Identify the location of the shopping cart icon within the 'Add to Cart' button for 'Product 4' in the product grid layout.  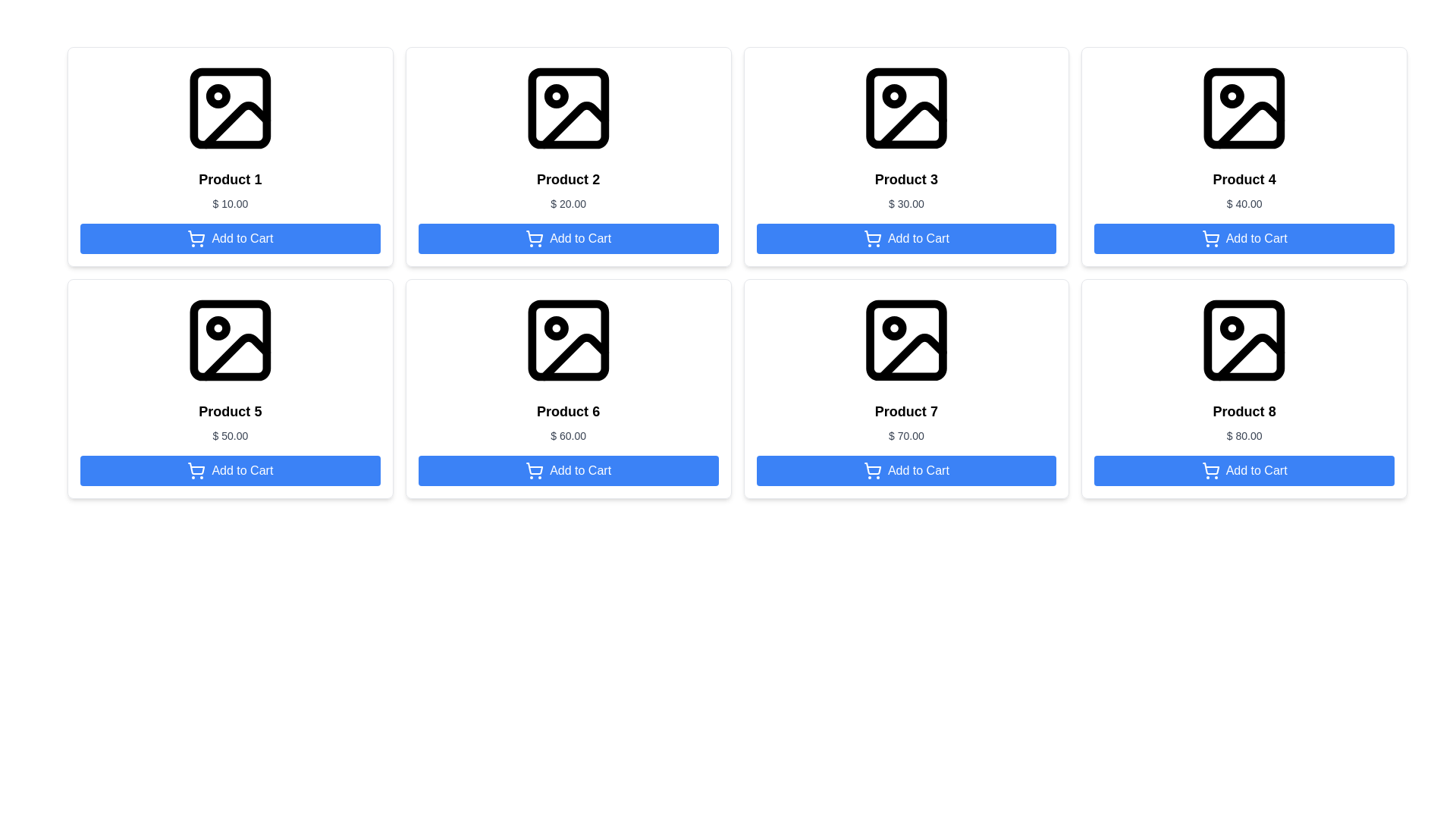
(1210, 237).